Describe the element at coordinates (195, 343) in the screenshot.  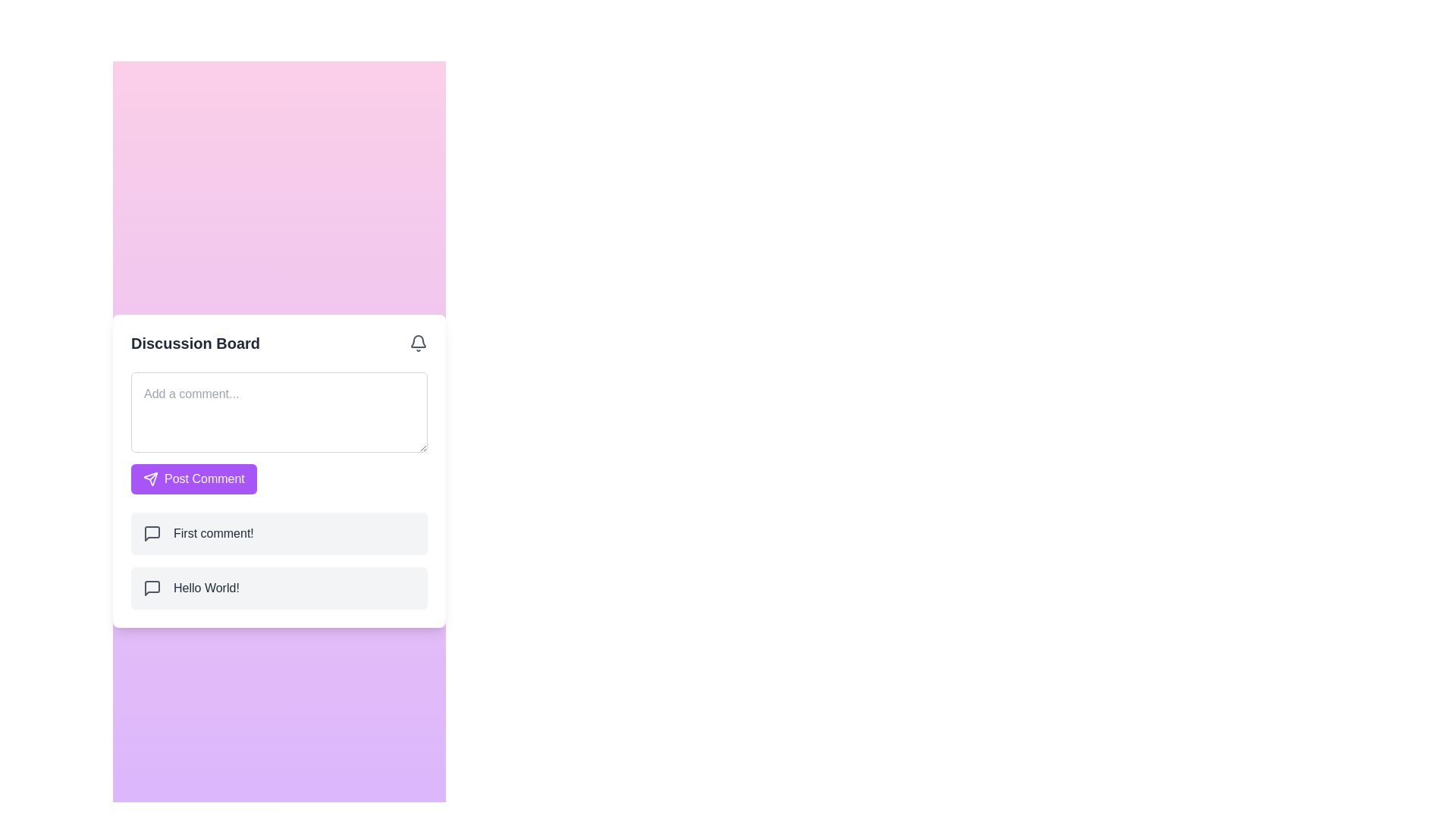
I see `the Text Label that serves as a section header for the discussion board feature, positioned at the far left edge in the top row above the input field for comments` at that location.